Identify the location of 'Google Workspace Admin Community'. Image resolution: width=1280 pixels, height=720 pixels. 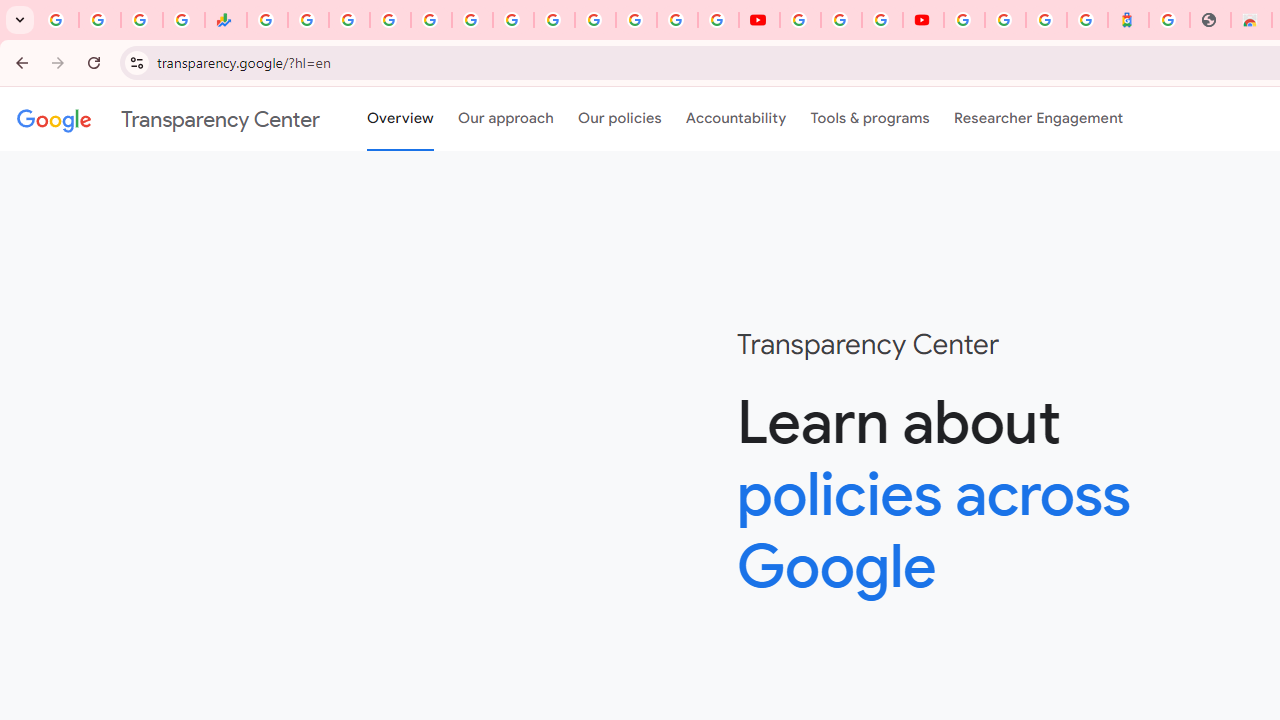
(58, 20).